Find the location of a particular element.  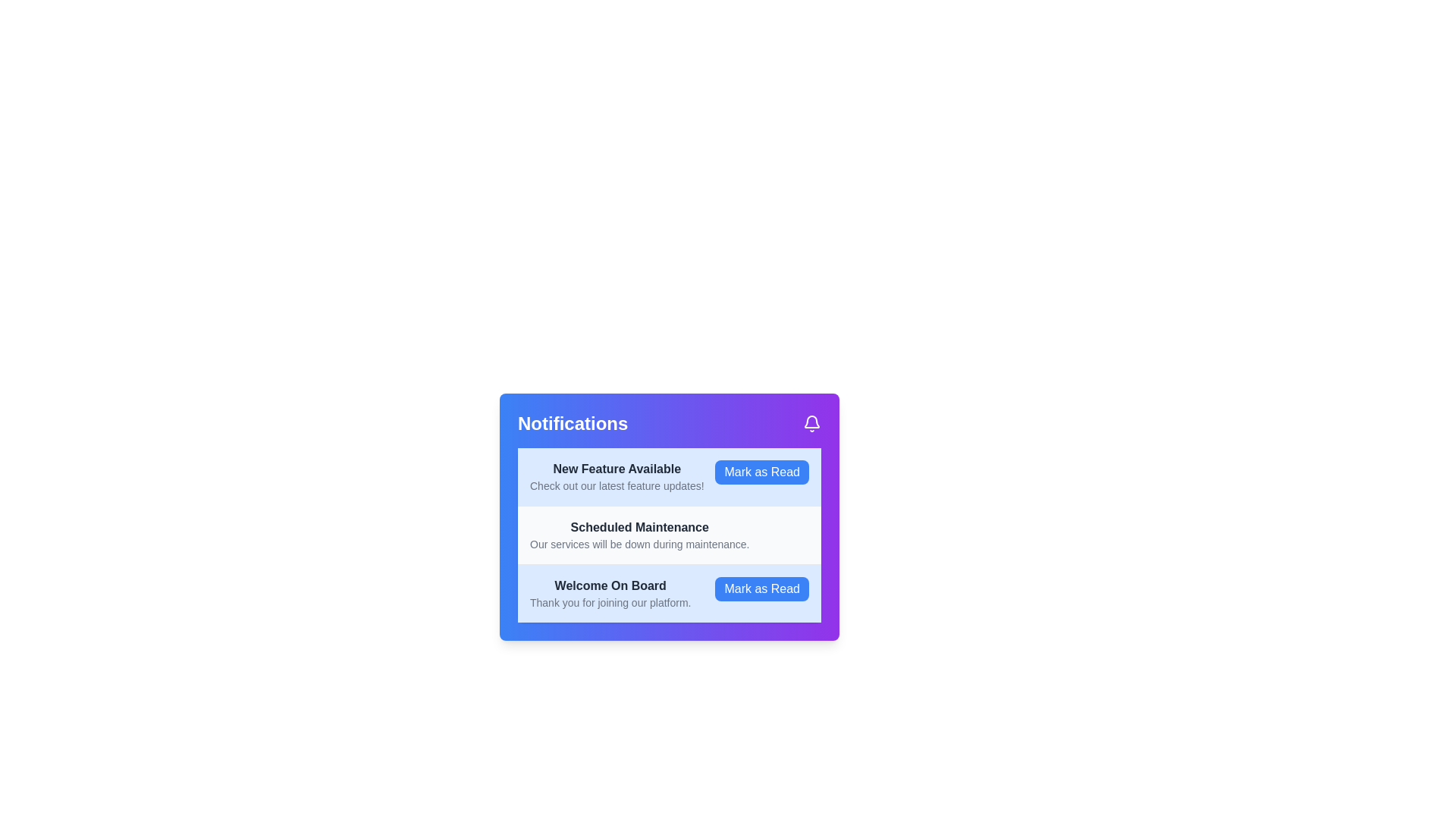

the welcoming title text within the notification card that draws the user's attention, located above the 'Thank you for joining our platform.' text is located at coordinates (610, 585).